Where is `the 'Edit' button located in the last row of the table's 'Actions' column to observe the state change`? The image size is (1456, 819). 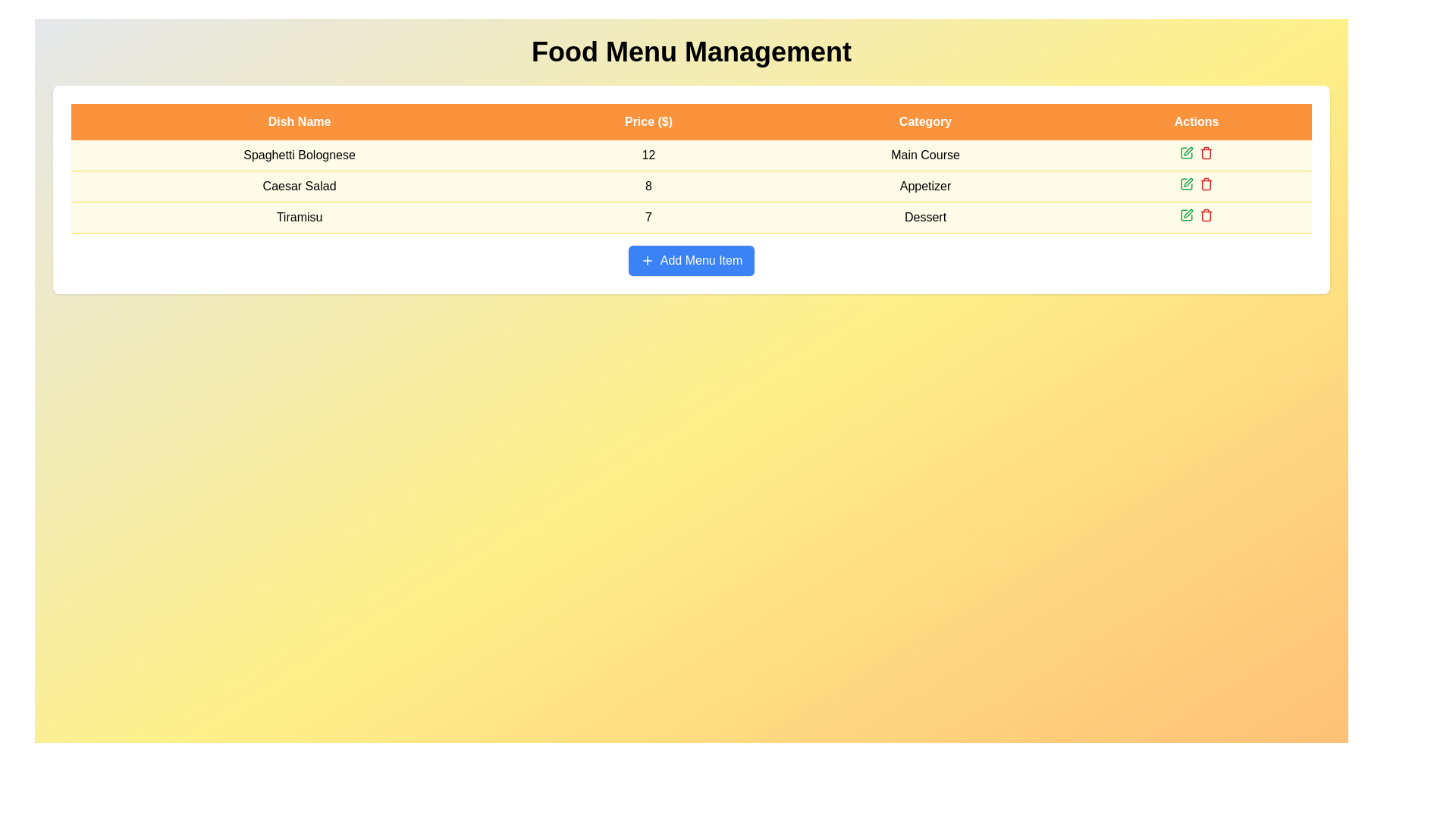 the 'Edit' button located in the last row of the table's 'Actions' column to observe the state change is located at coordinates (1185, 215).